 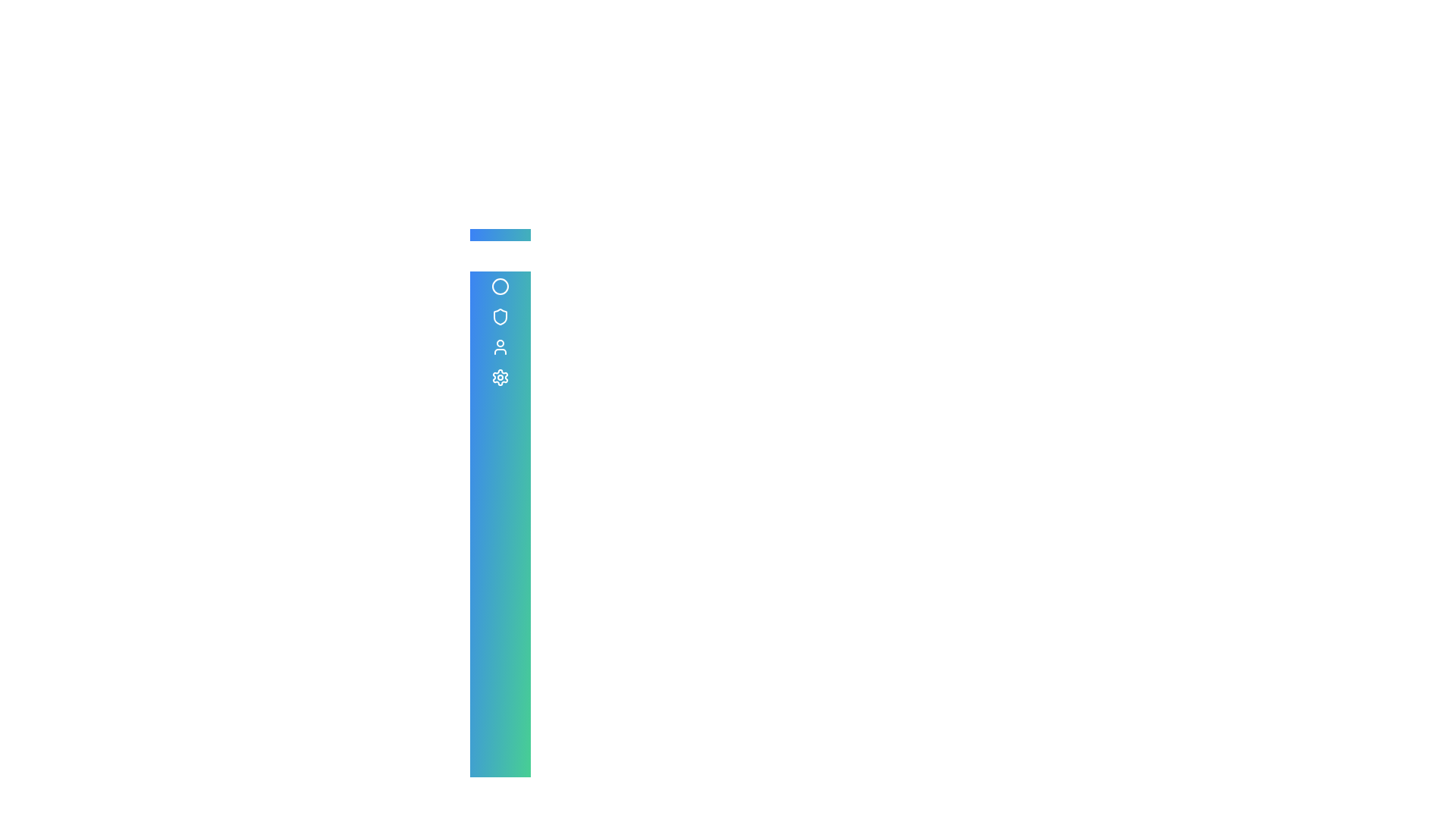 What do you see at coordinates (500, 287) in the screenshot?
I see `the circular outlined icon button located at the top of the vertical list in the gradient blue-to-green sidebar` at bounding box center [500, 287].